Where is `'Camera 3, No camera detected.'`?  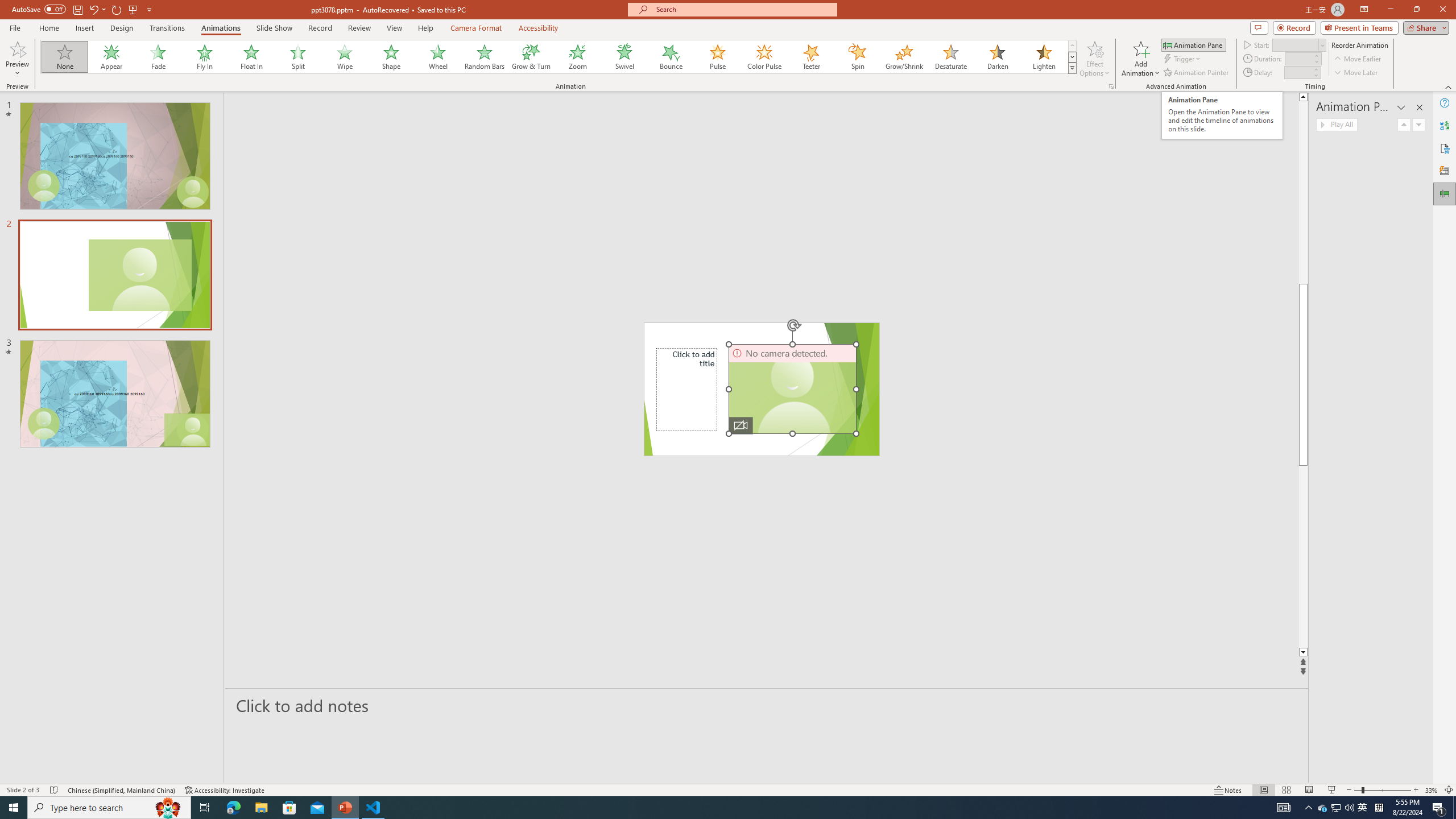 'Camera 3, No camera detected.' is located at coordinates (792, 388).